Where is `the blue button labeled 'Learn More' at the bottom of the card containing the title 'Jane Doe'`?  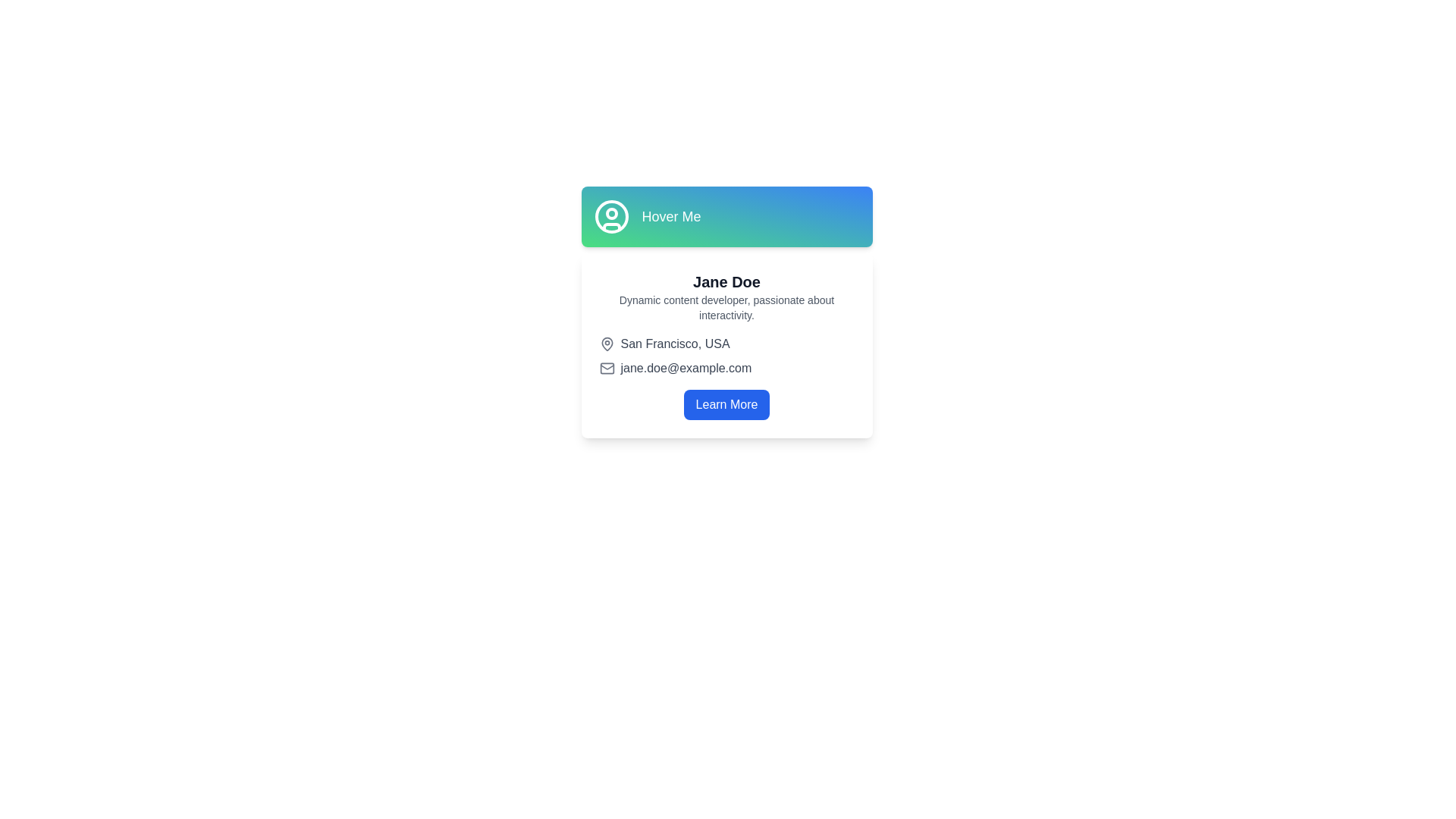 the blue button labeled 'Learn More' at the bottom of the card containing the title 'Jane Doe' is located at coordinates (726, 403).